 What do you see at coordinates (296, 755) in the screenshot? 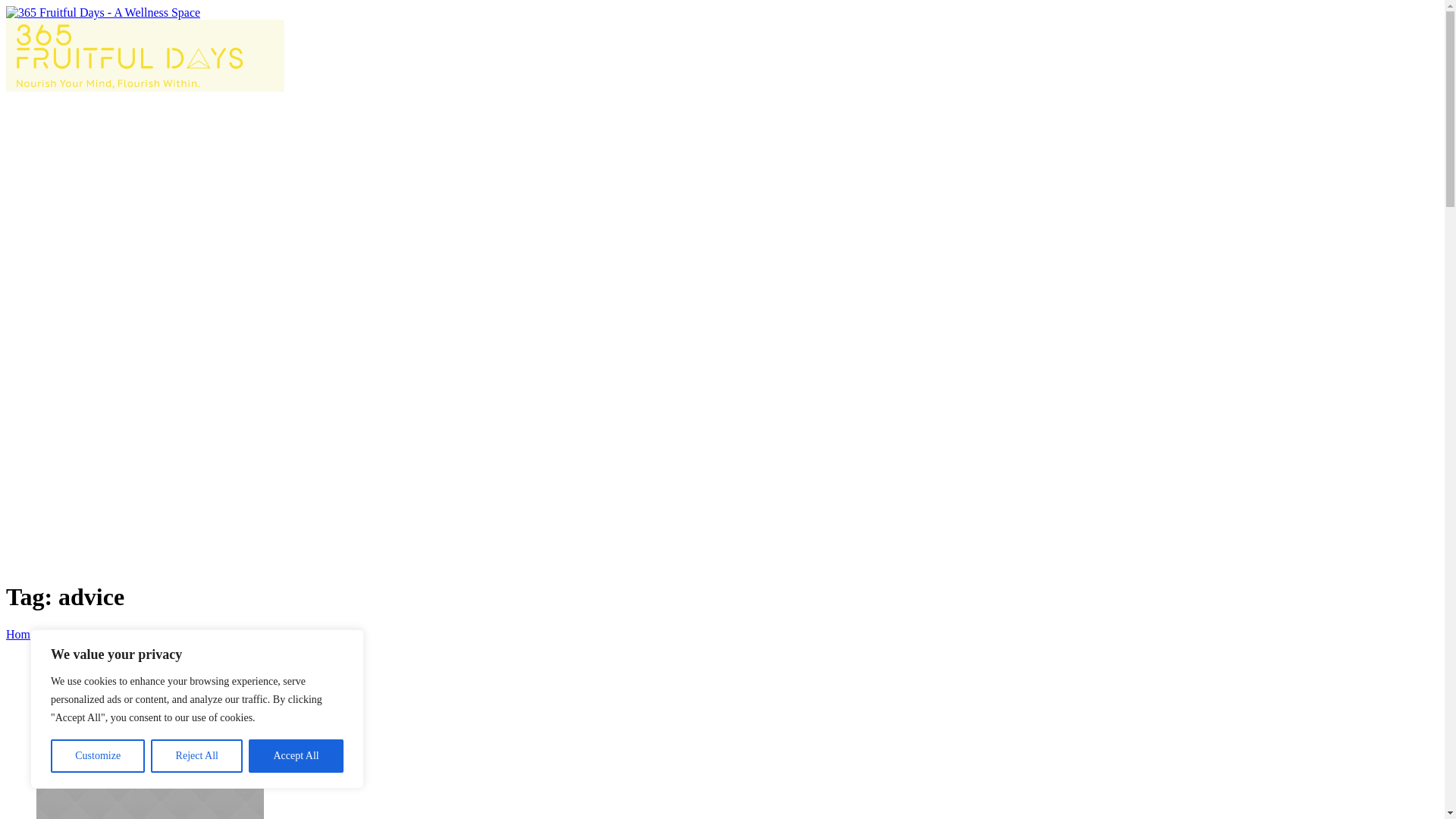
I see `'Accept All'` at bounding box center [296, 755].